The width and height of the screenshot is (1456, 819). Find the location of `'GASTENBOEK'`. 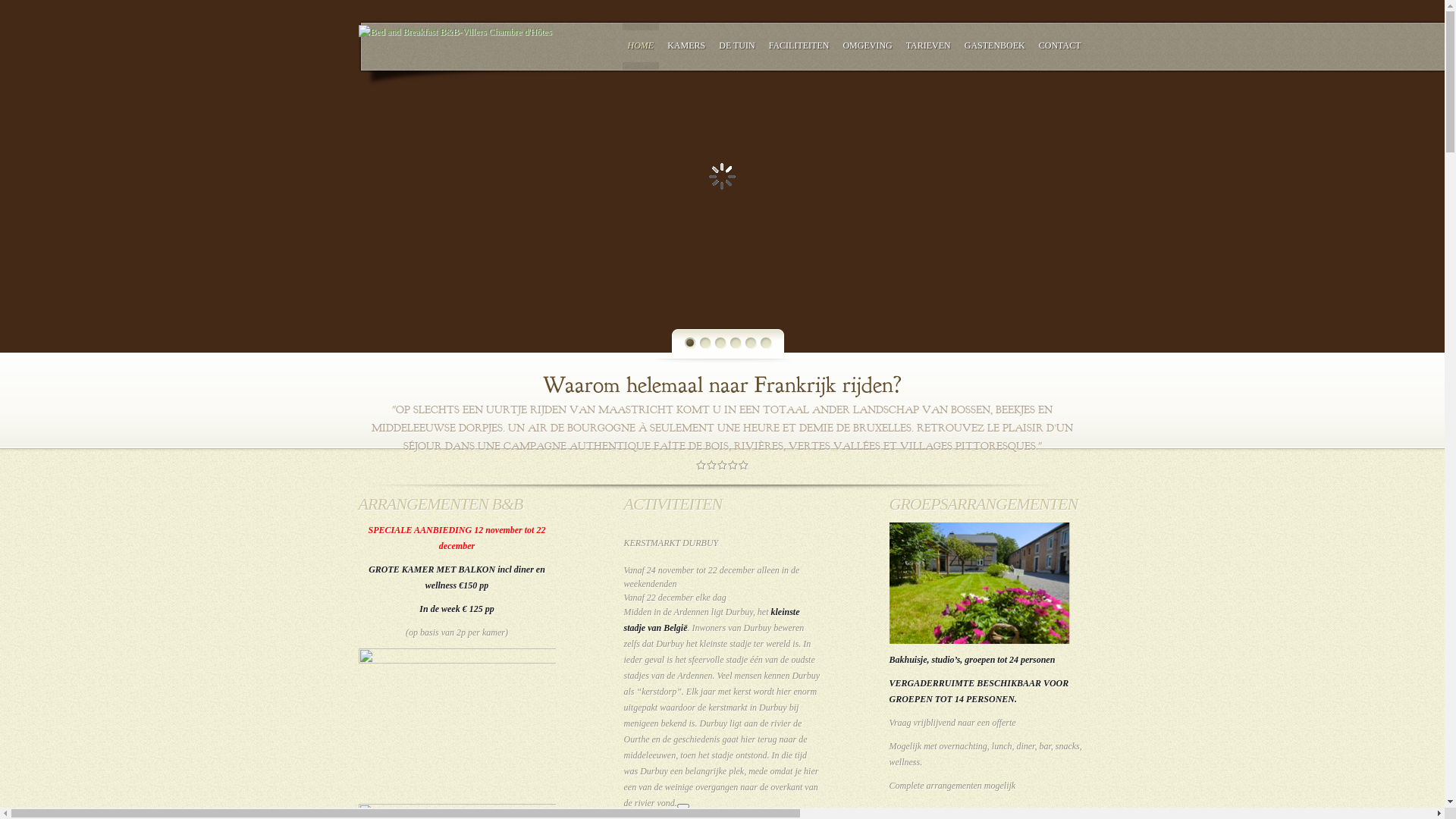

'GASTENBOEK' is located at coordinates (994, 45).